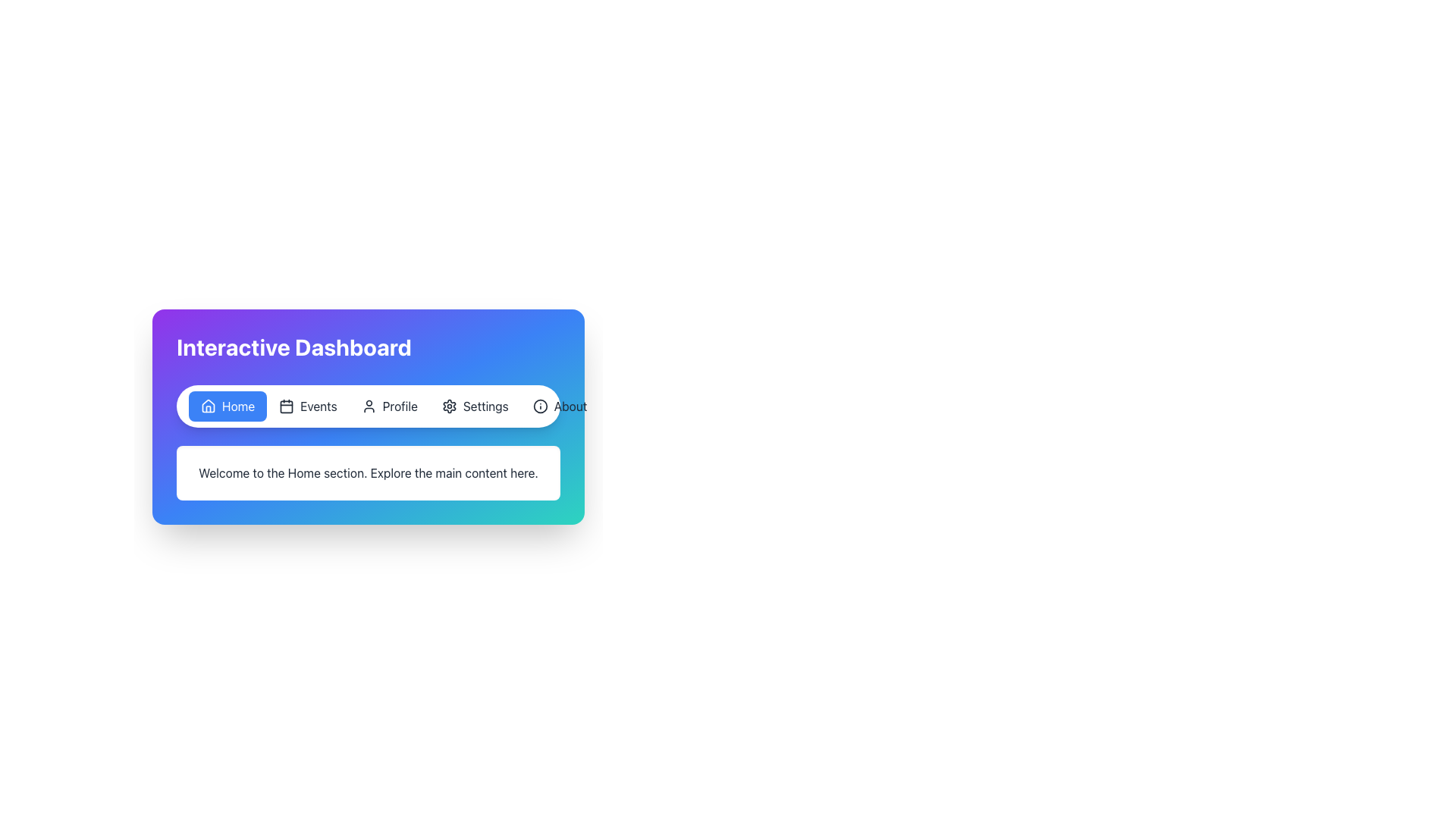 This screenshot has width=1456, height=819. Describe the element at coordinates (307, 406) in the screenshot. I see `the 'Events' button, which is the second button from the left in the navigation bar` at that location.